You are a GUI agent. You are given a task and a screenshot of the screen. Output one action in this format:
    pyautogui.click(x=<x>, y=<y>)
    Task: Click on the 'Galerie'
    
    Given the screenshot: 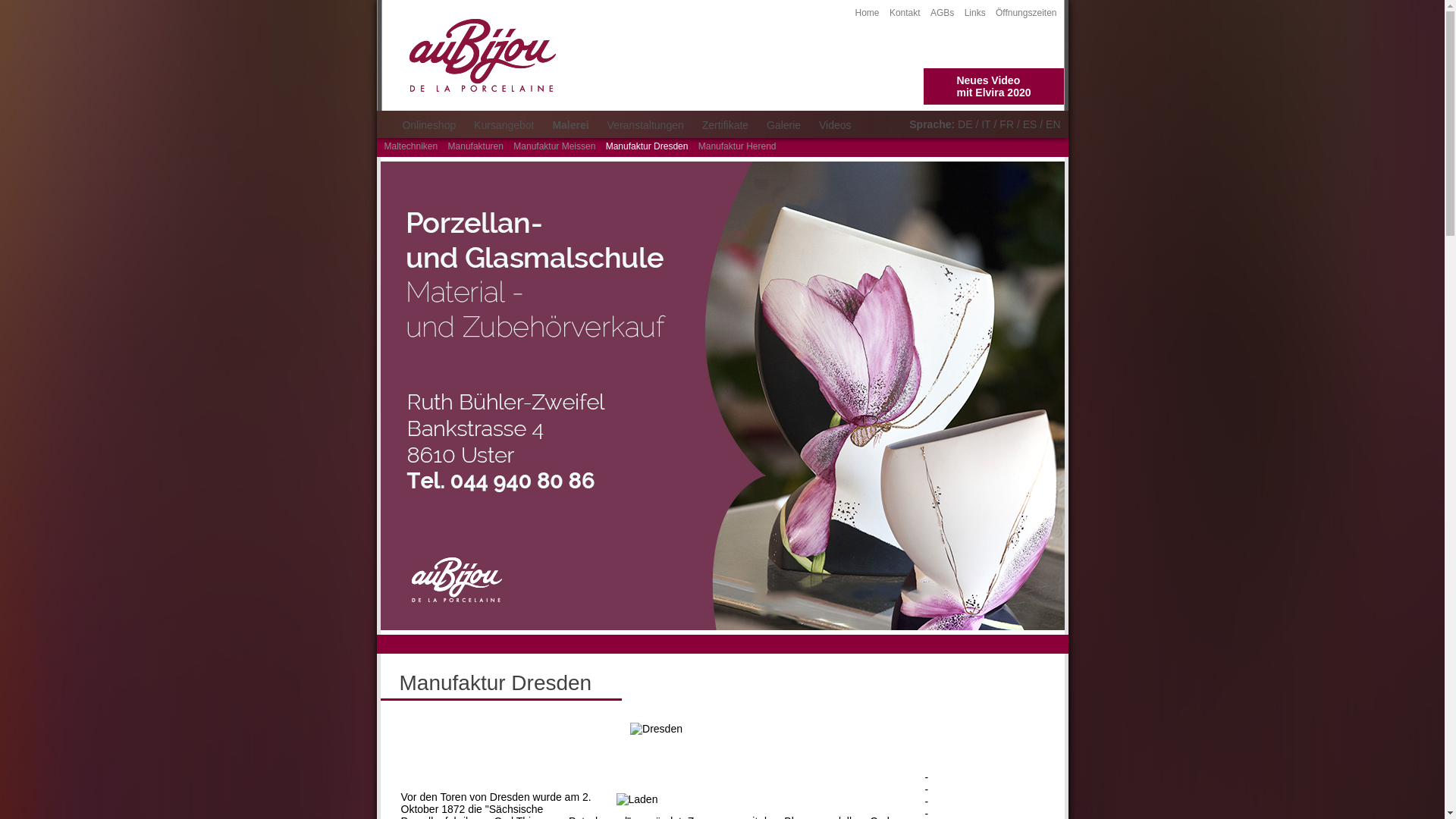 What is the action you would take?
    pyautogui.click(x=759, y=124)
    